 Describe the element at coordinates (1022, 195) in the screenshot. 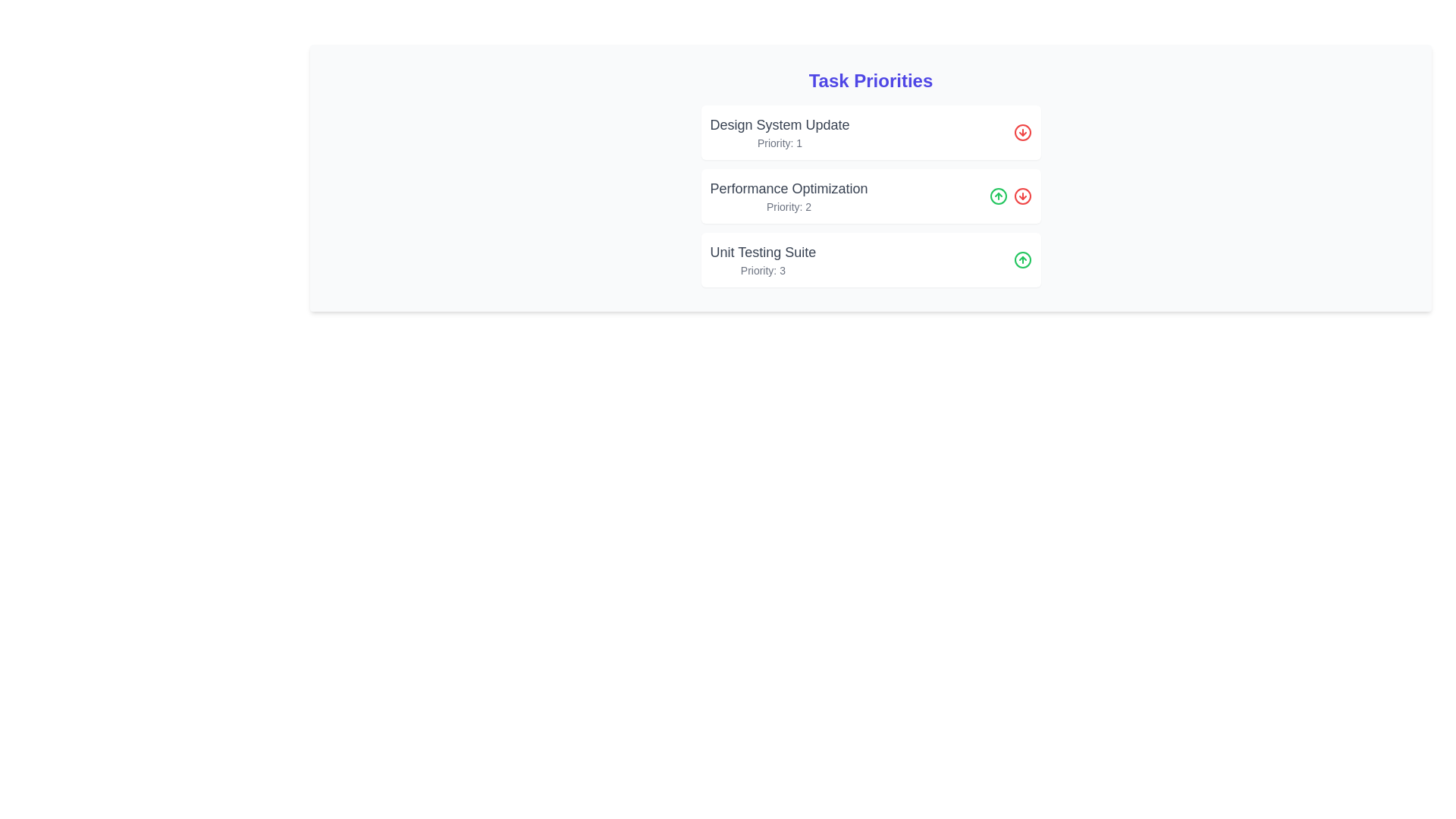

I see `'Move Down' button for the task labeled 'Performance Optimization'` at that location.